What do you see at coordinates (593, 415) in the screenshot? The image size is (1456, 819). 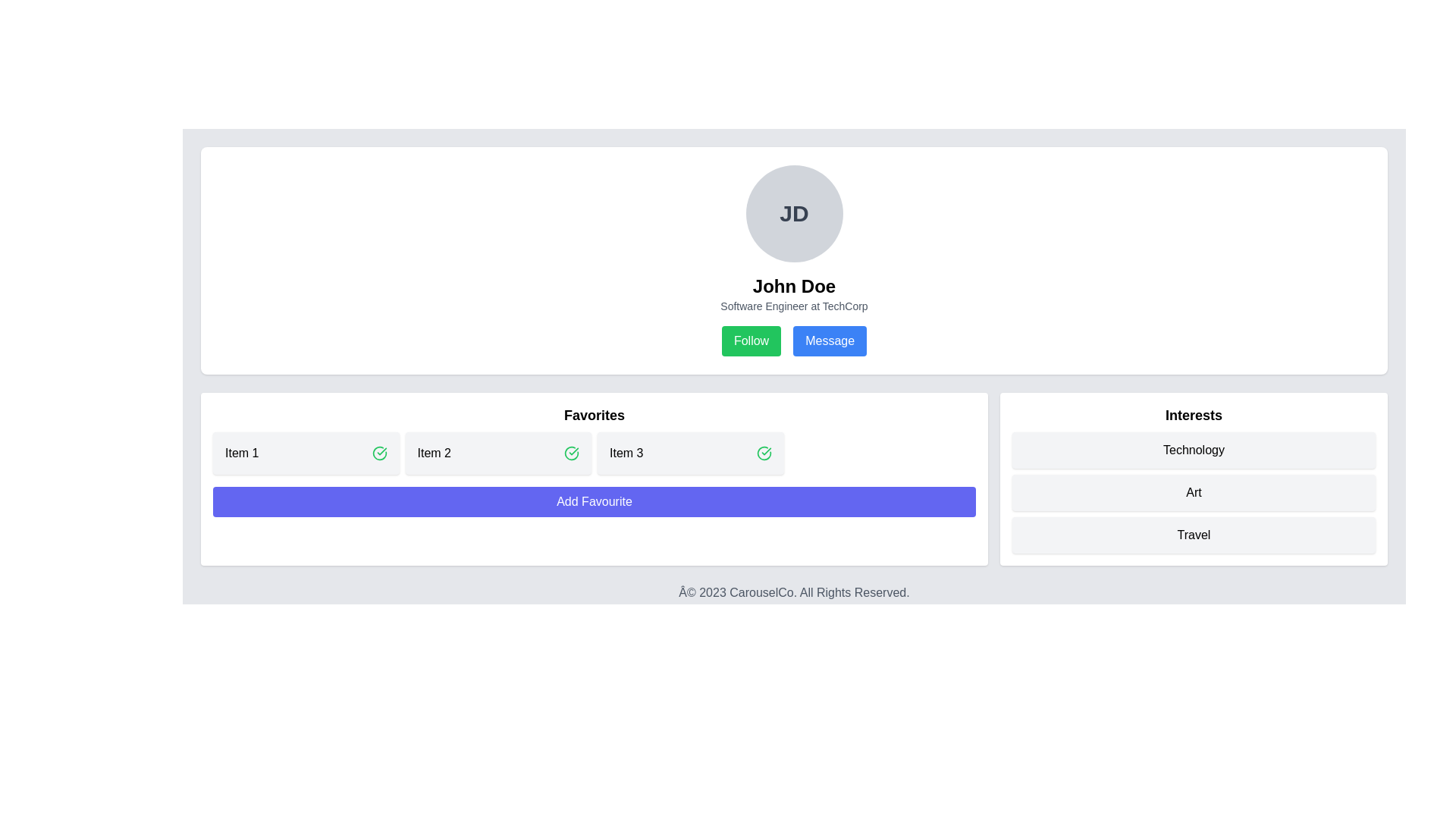 I see `the bold text label displaying 'Favorites' located at the top of the card section` at bounding box center [593, 415].